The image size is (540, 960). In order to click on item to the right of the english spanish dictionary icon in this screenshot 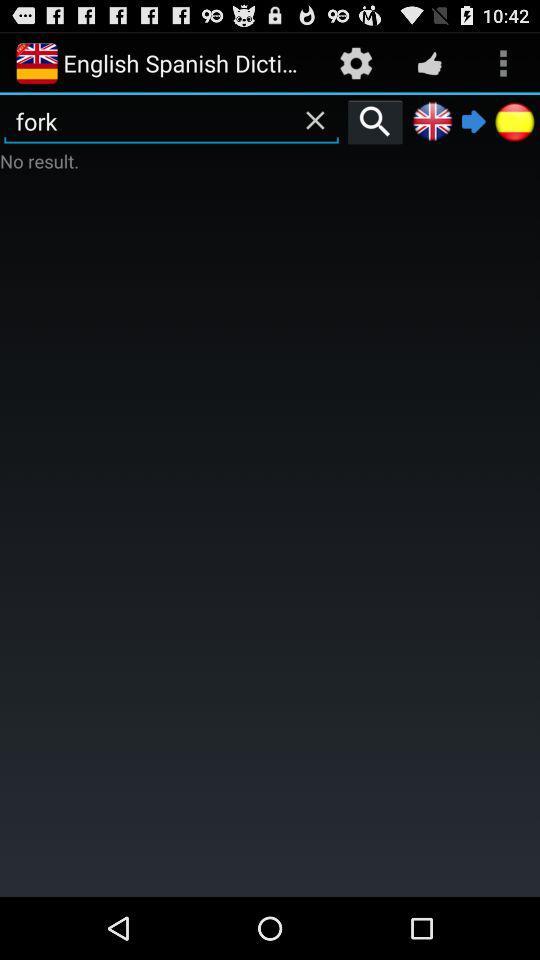, I will do `click(355, 62)`.